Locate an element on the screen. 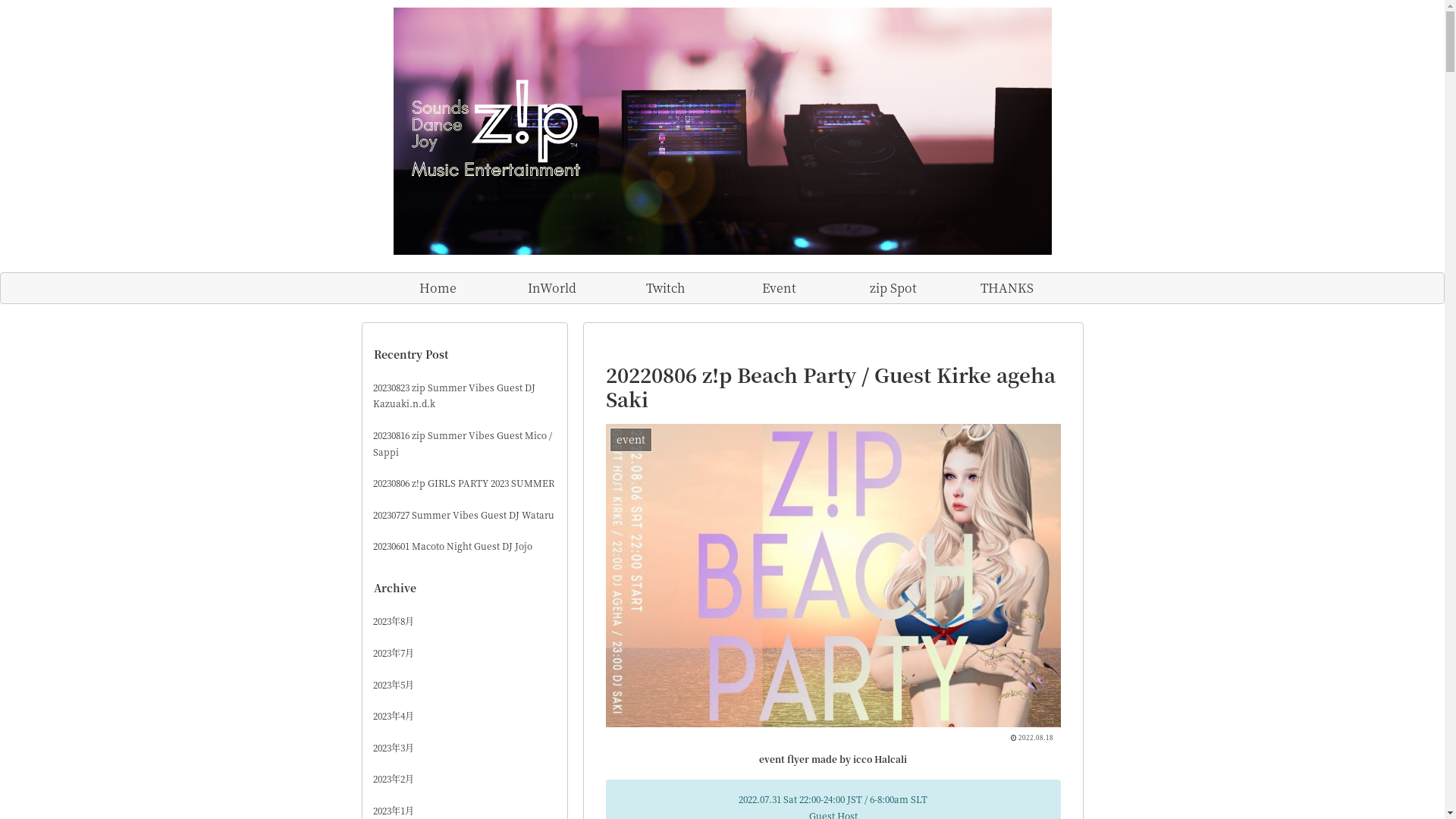 The image size is (1456, 819). 'zip Spot' is located at coordinates (892, 288).